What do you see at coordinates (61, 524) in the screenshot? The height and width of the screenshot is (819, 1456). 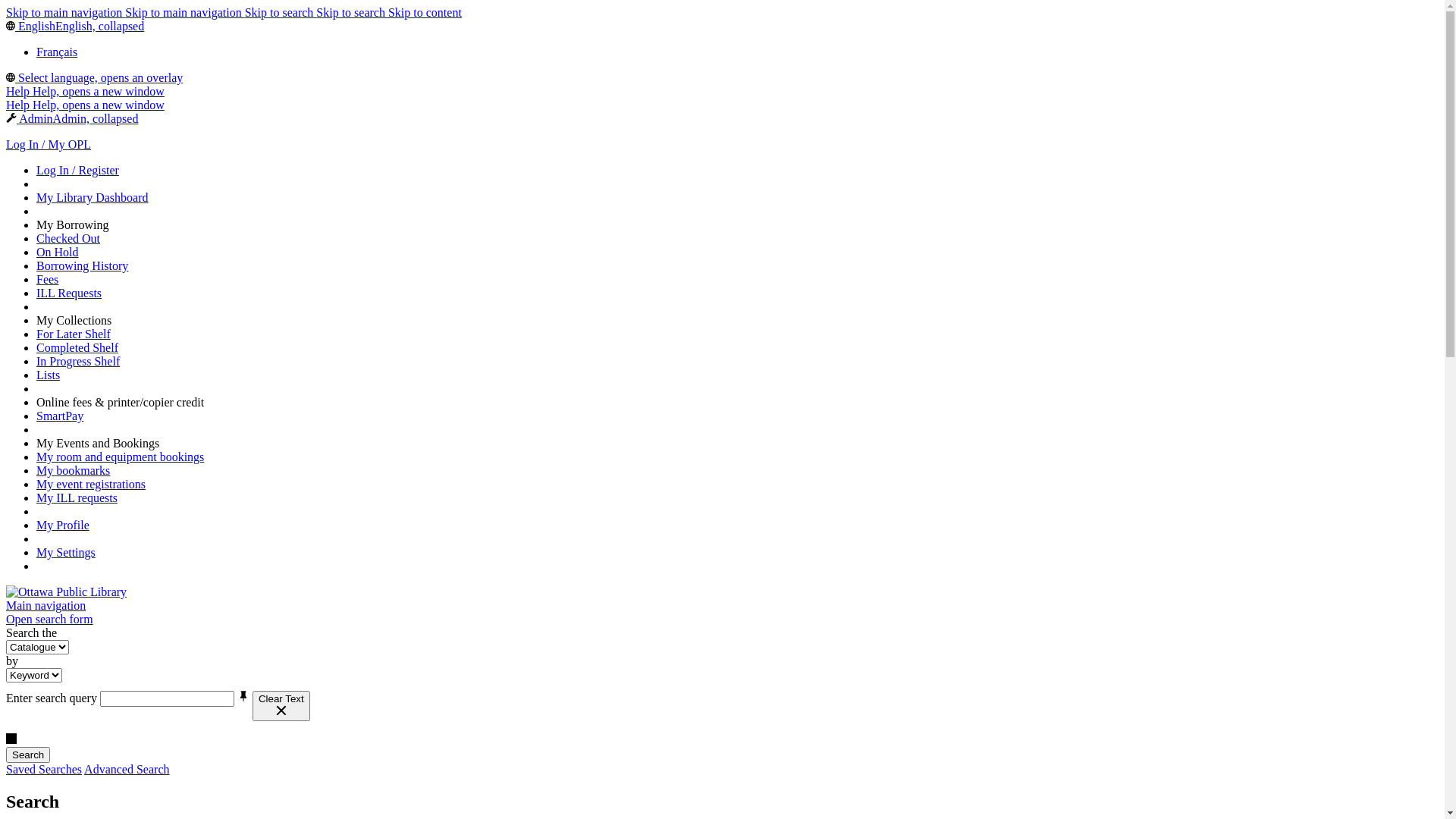 I see `'My Profile'` at bounding box center [61, 524].